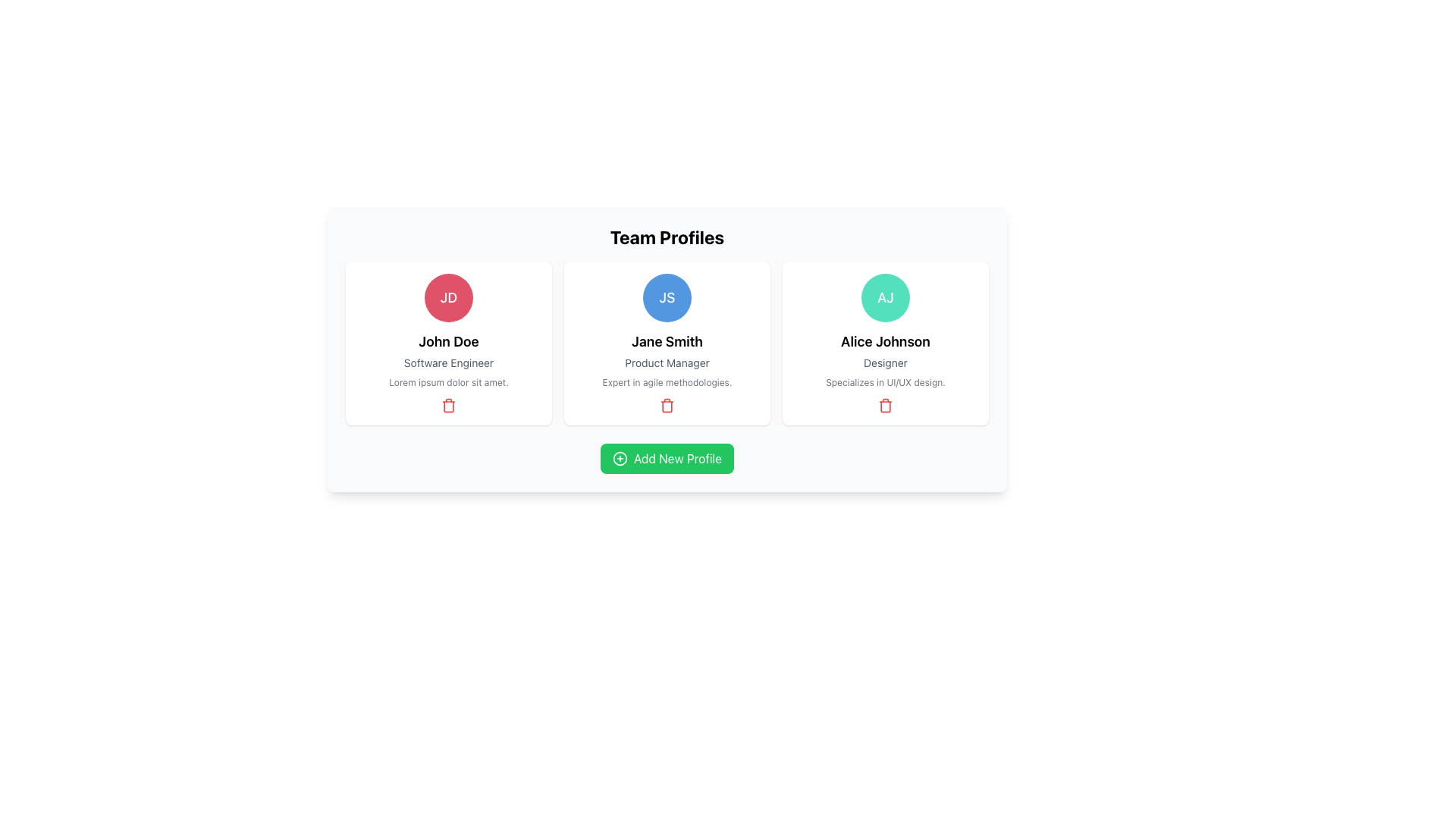 This screenshot has height=819, width=1456. Describe the element at coordinates (447, 298) in the screenshot. I see `the Avatar Component, which is a circular element with a red background and white text displaying 'JD', prominently placed above the text 'John Doe'` at that location.